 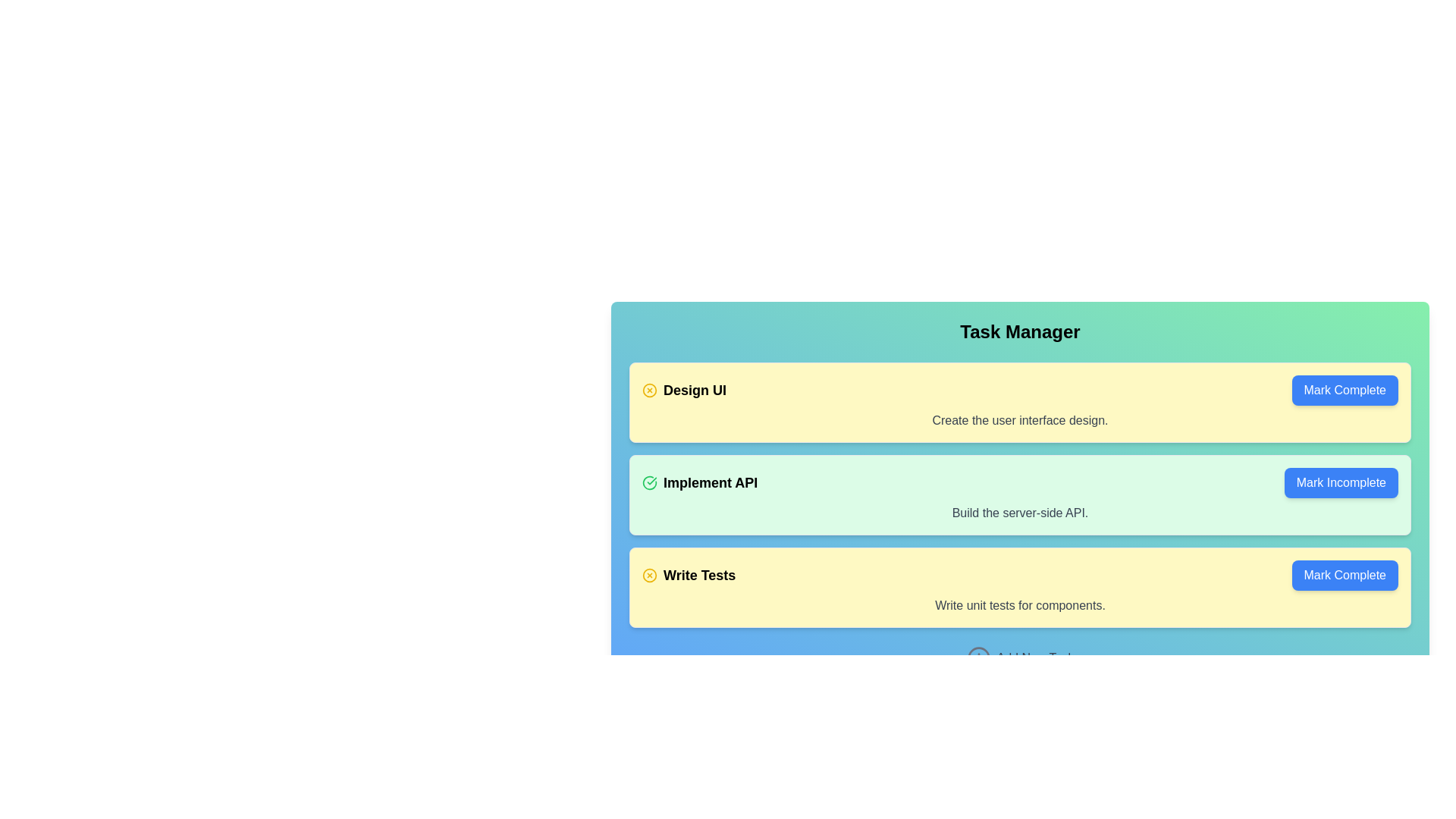 I want to click on the icon indicating the successful state of the 'Implement API' task, which is located in the second row of the task list, next to its text, so click(x=650, y=482).